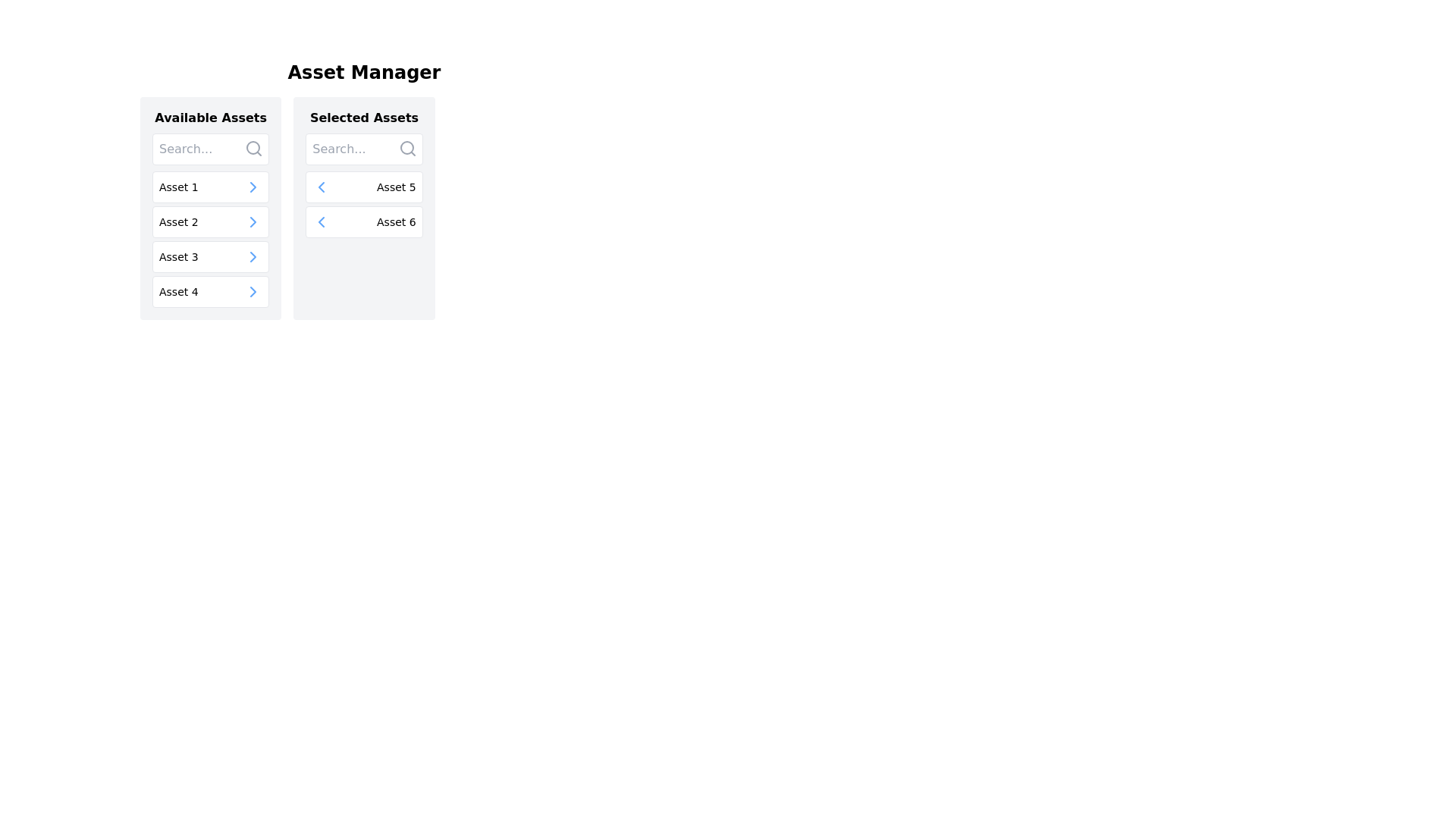 The image size is (1456, 819). I want to click on the navigation icon button located in the 'Selected Assets' panel next to 'Asset 6', so click(321, 186).